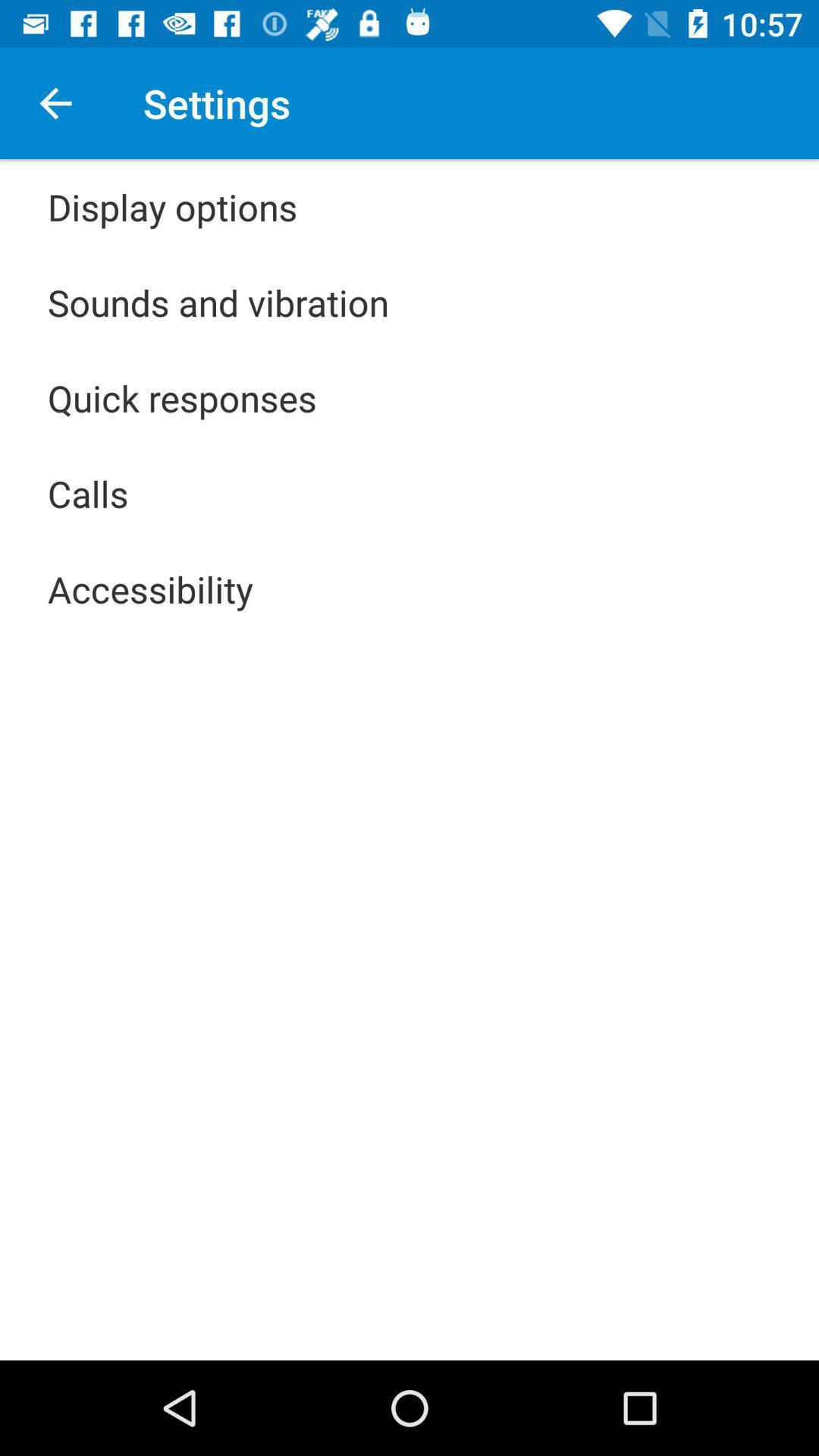 The width and height of the screenshot is (819, 1456). Describe the element at coordinates (218, 302) in the screenshot. I see `app below the display options icon` at that location.